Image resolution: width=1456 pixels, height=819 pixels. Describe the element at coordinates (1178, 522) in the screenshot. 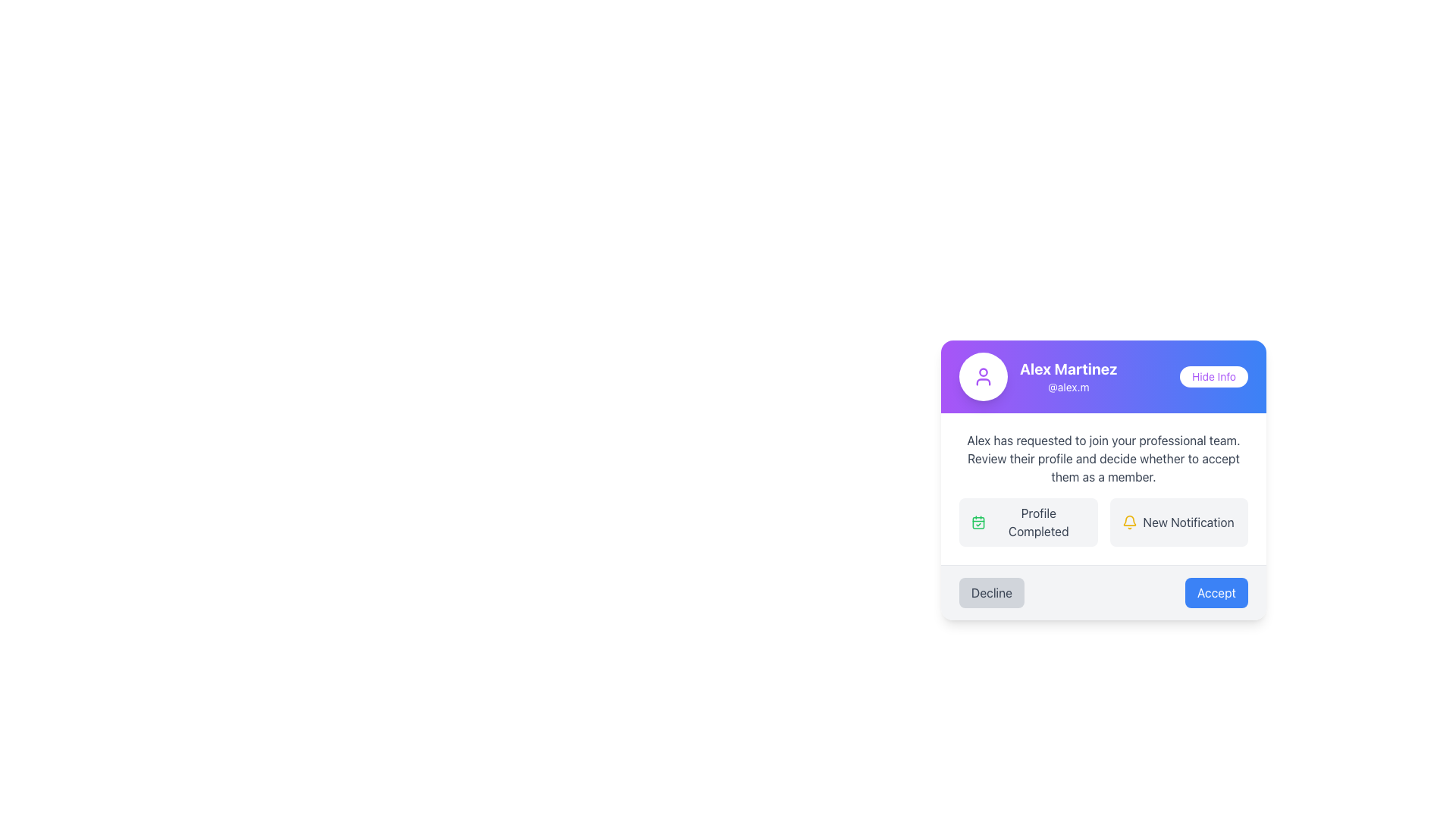

I see `the Text with Icon Label notification indicator, which is the second item in the grid layout, positioned to the right of the 'Profile Completed' element` at that location.